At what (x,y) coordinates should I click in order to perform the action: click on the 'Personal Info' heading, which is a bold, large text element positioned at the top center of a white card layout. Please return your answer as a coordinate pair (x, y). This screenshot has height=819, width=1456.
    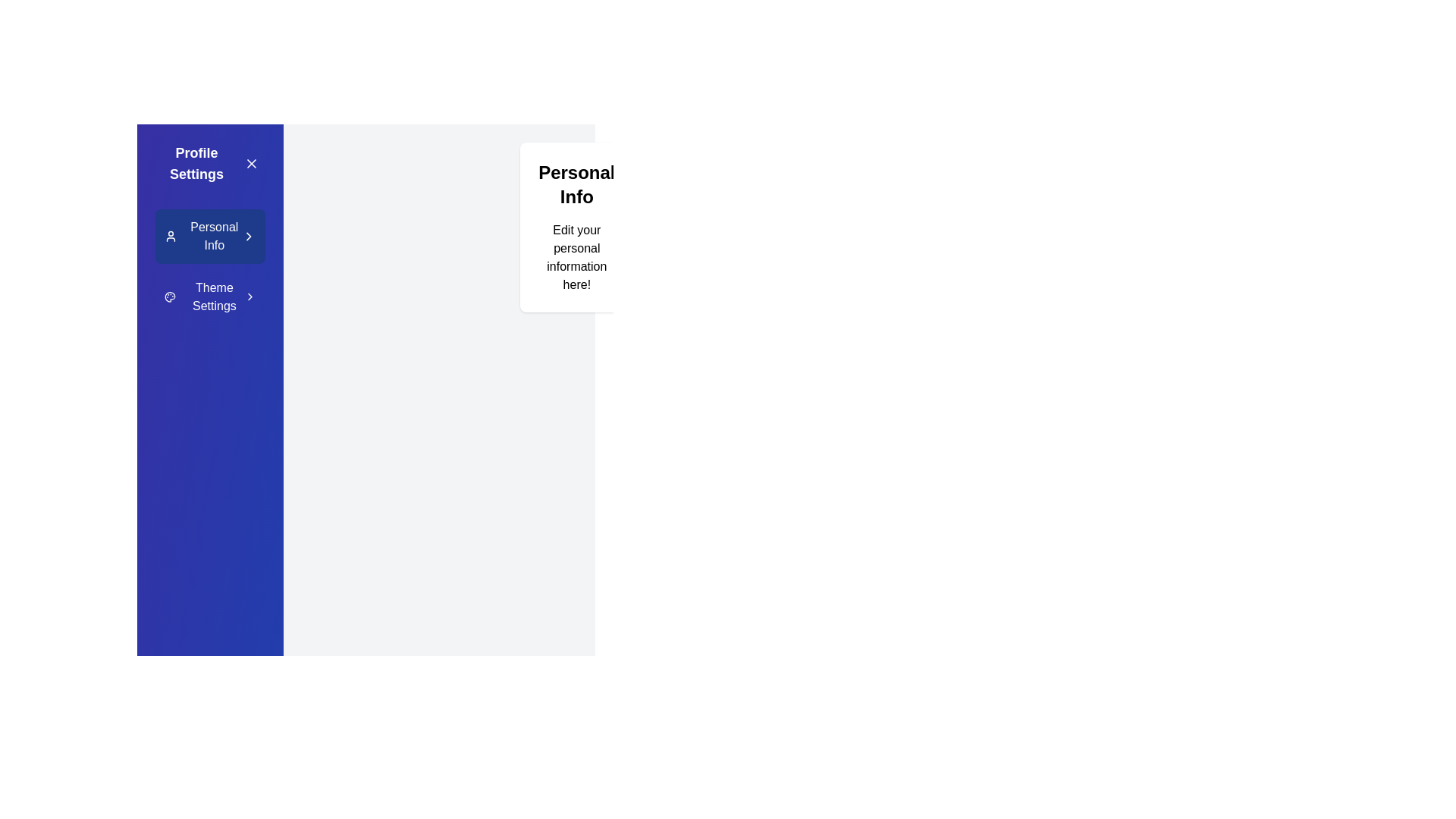
    Looking at the image, I should click on (576, 184).